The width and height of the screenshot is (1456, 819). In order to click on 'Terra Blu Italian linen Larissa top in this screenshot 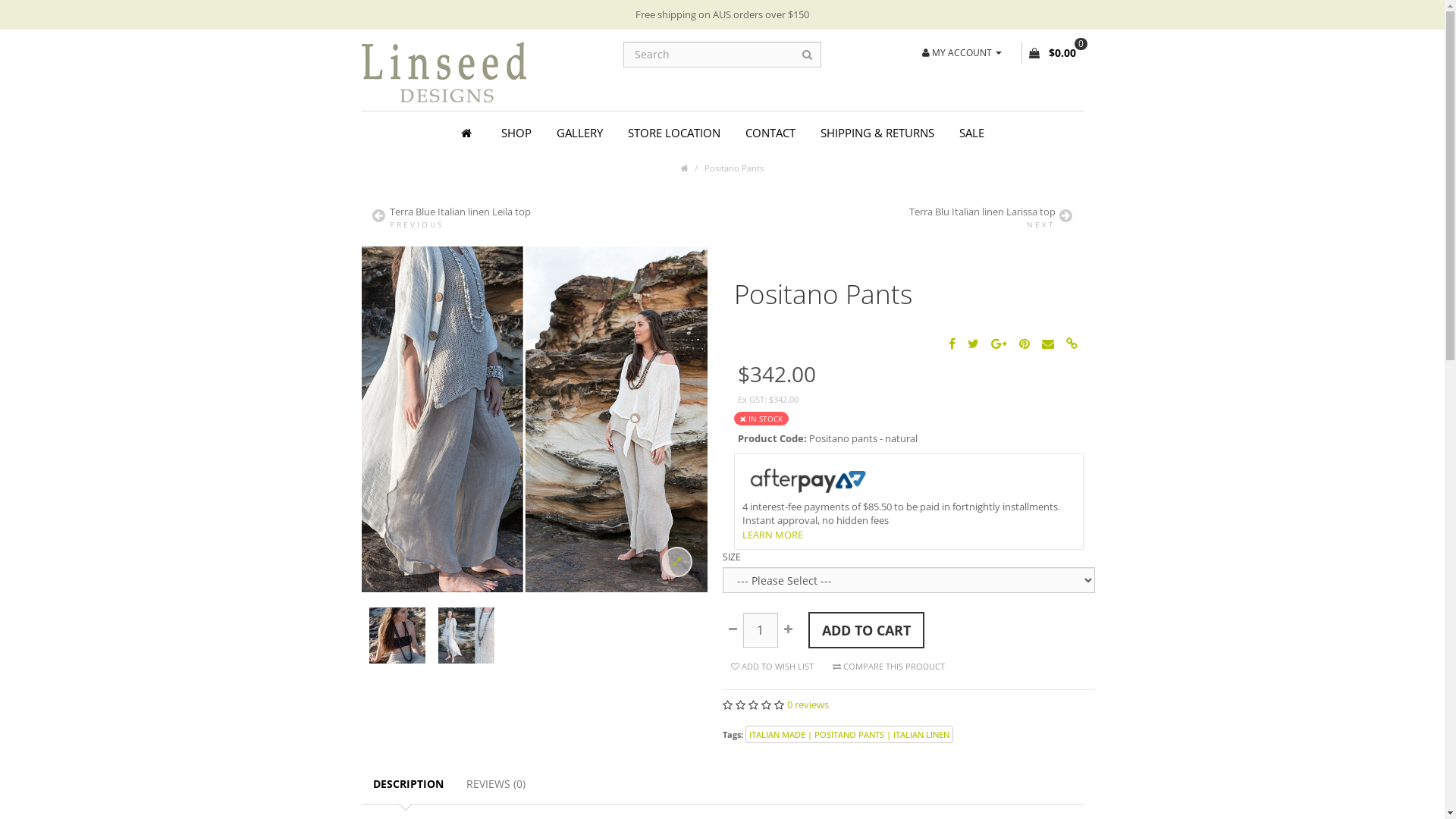, I will do `click(902, 217)`.